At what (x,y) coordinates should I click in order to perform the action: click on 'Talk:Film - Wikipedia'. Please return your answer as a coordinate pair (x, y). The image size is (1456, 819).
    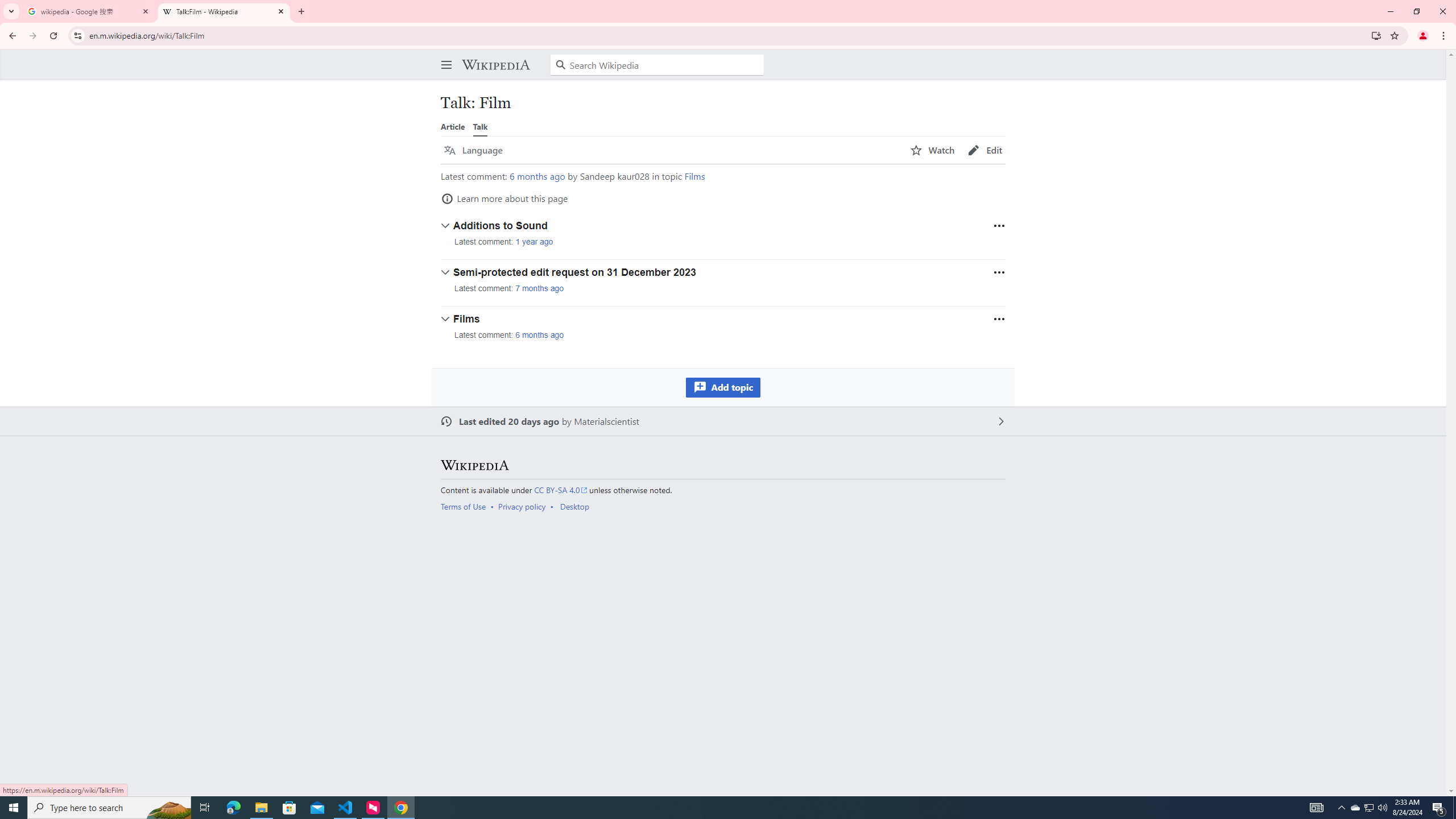
    Looking at the image, I should click on (224, 11).